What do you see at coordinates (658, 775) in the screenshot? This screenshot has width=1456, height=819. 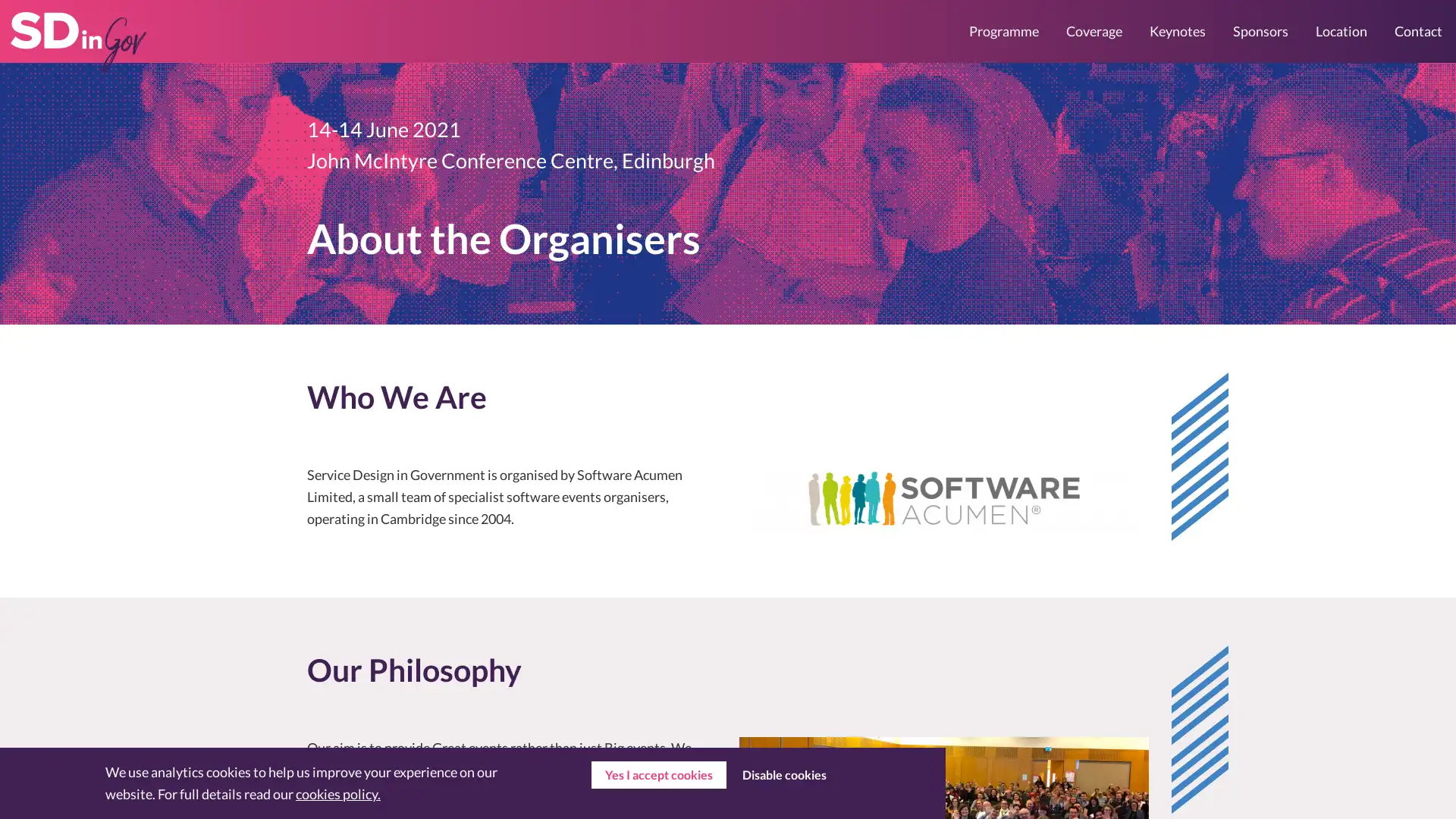 I see `Yes I accept cookies` at bounding box center [658, 775].